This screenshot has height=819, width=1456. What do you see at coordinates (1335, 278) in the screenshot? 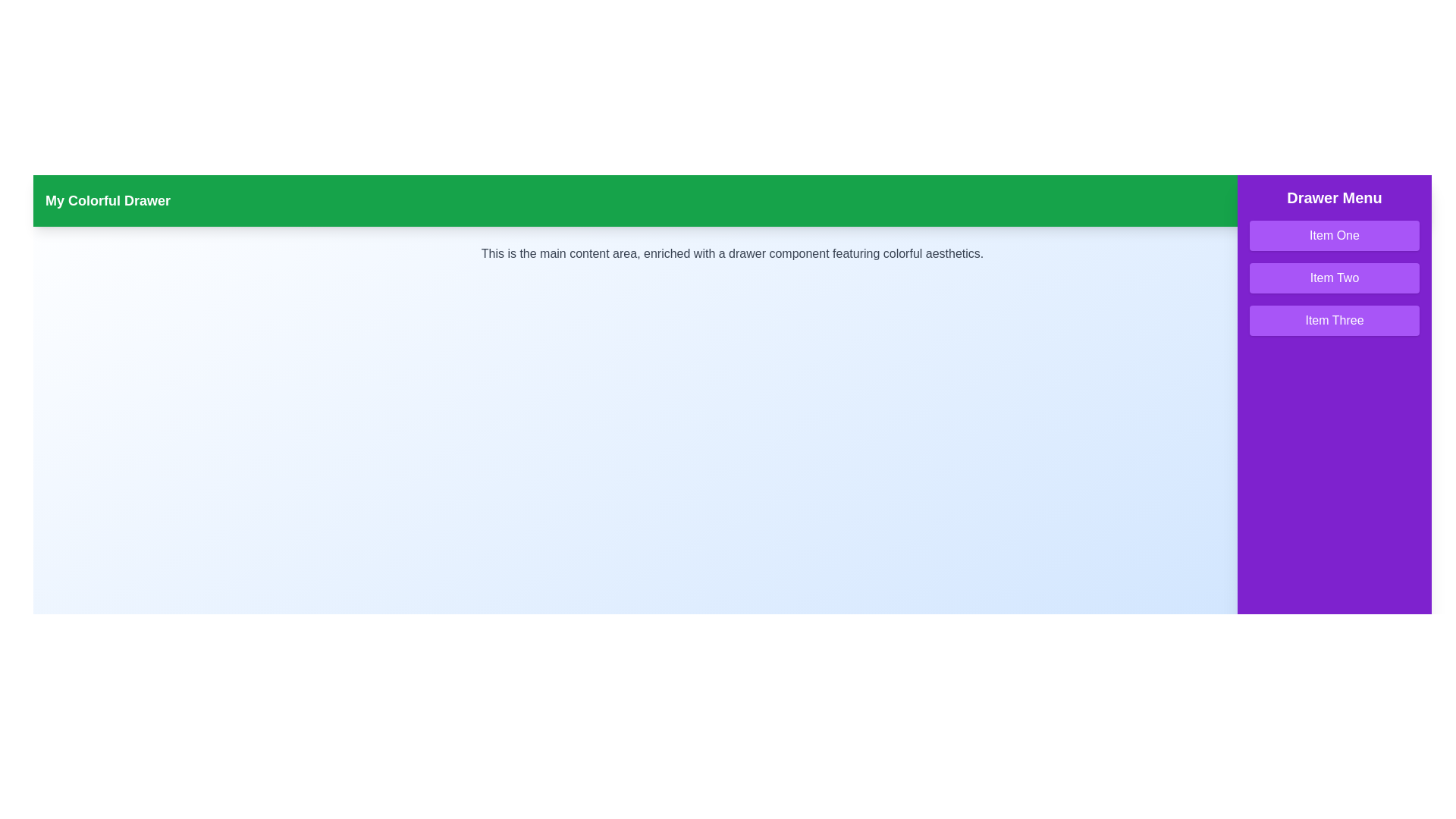
I see `the rectangular button with a purple background and white text labeled 'Item Two'` at bounding box center [1335, 278].